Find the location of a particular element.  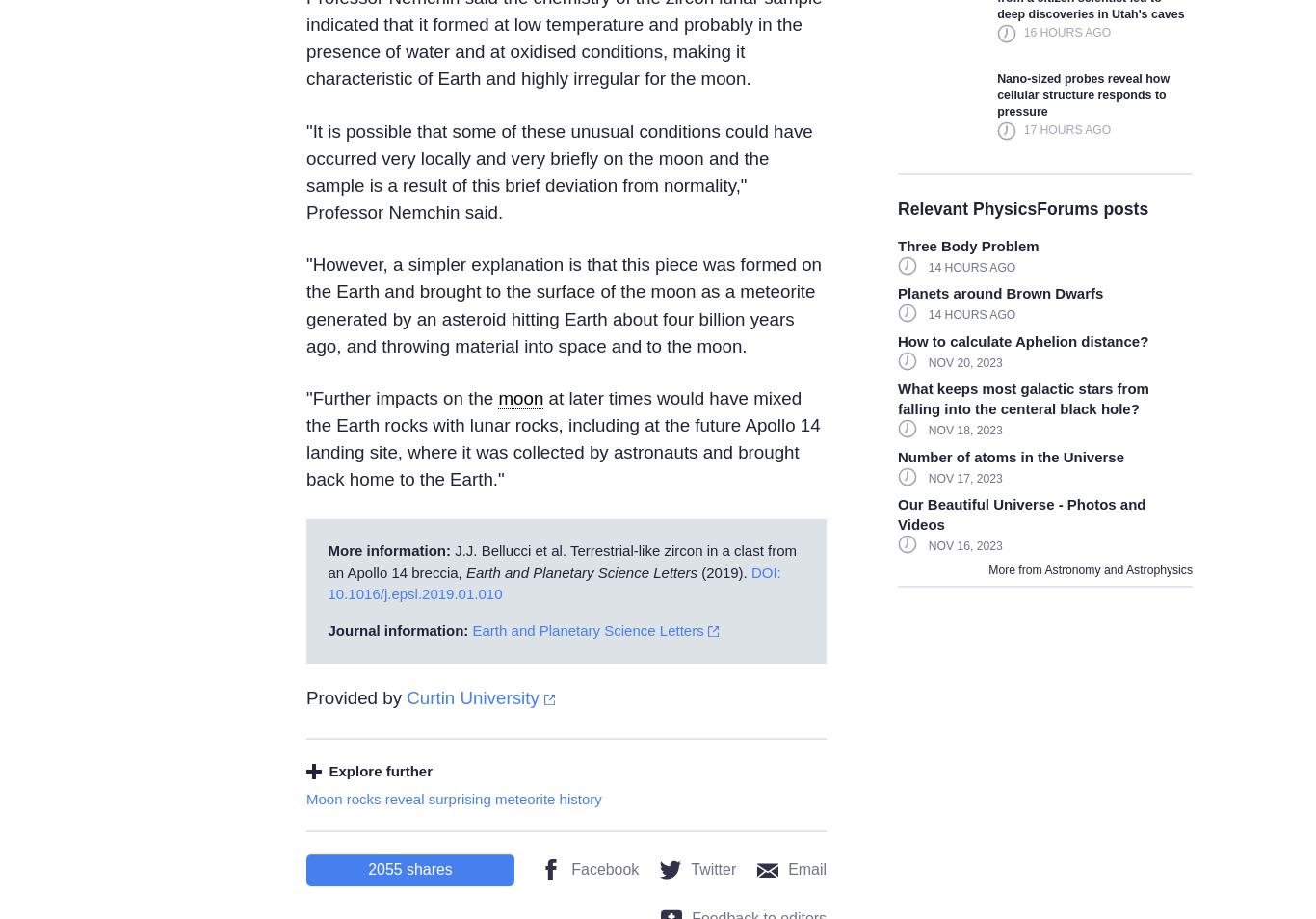

'More information:' is located at coordinates (388, 549).